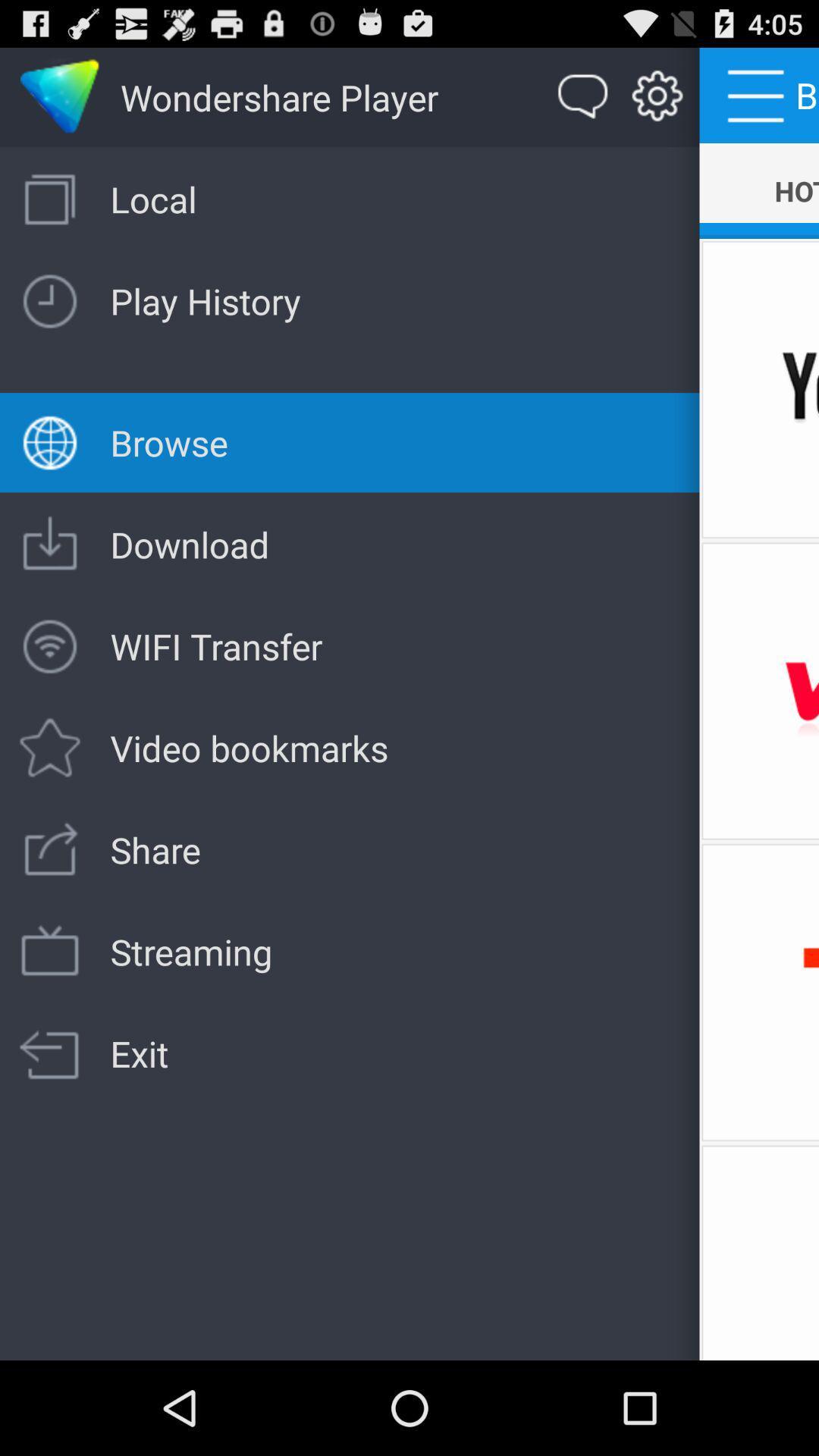 This screenshot has width=819, height=1456. Describe the element at coordinates (759, 690) in the screenshot. I see `the icon to the right of the download item` at that location.